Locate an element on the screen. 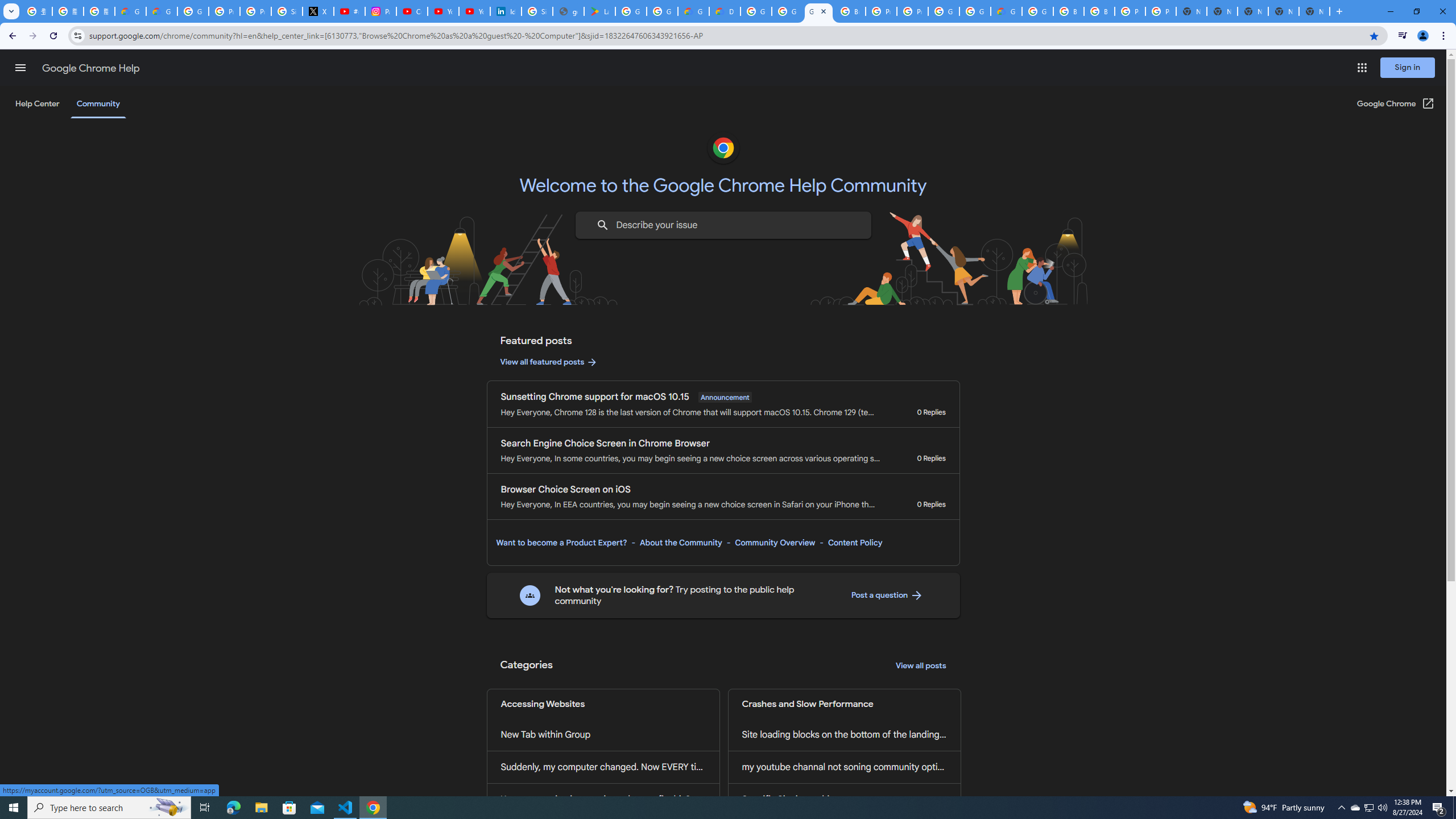 This screenshot has width=1456, height=819. 'X' is located at coordinates (317, 11).